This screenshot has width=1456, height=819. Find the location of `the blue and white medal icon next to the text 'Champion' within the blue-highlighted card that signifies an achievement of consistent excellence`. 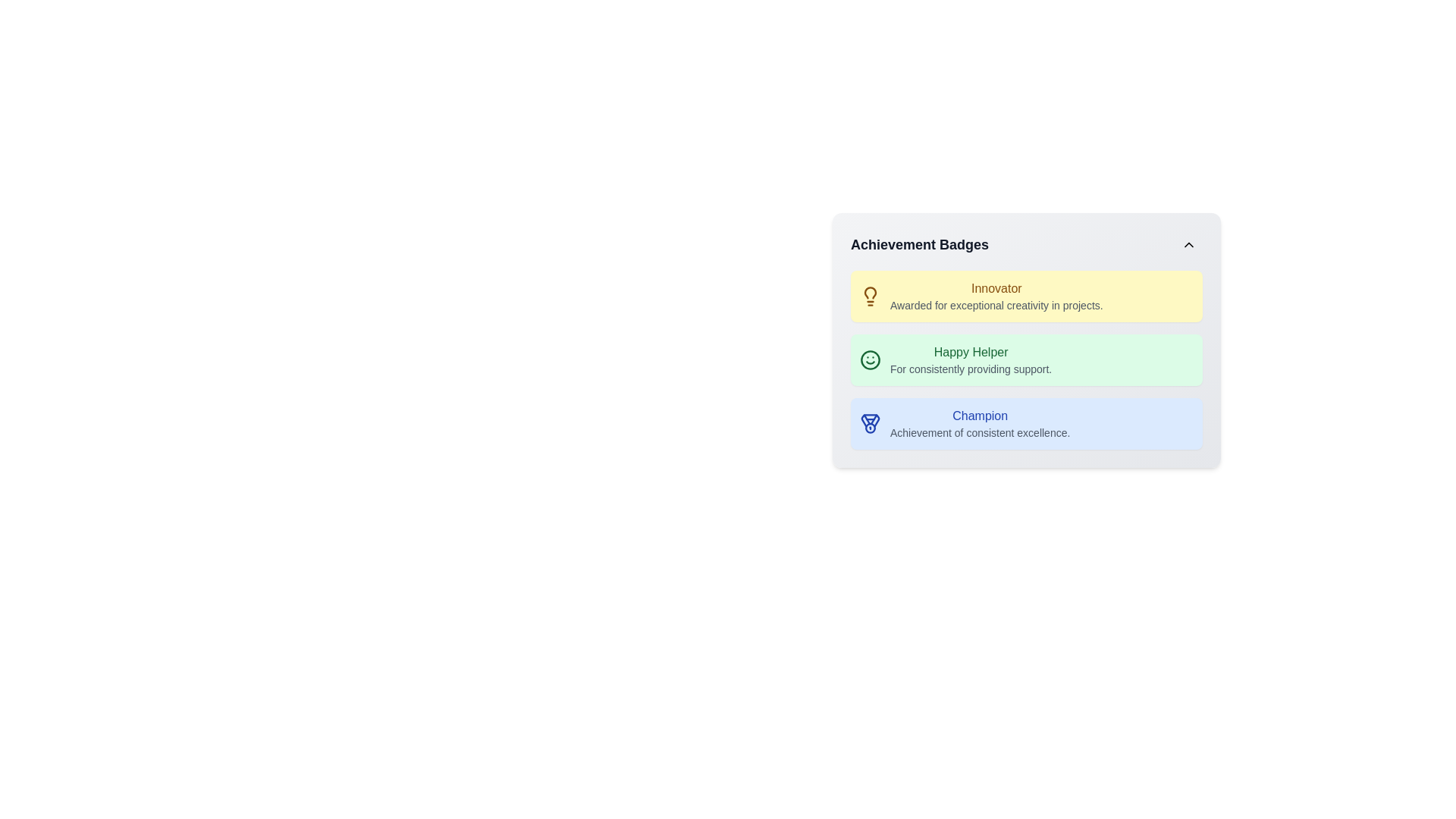

the blue and white medal icon next to the text 'Champion' within the blue-highlighted card that signifies an achievement of consistent excellence is located at coordinates (870, 424).